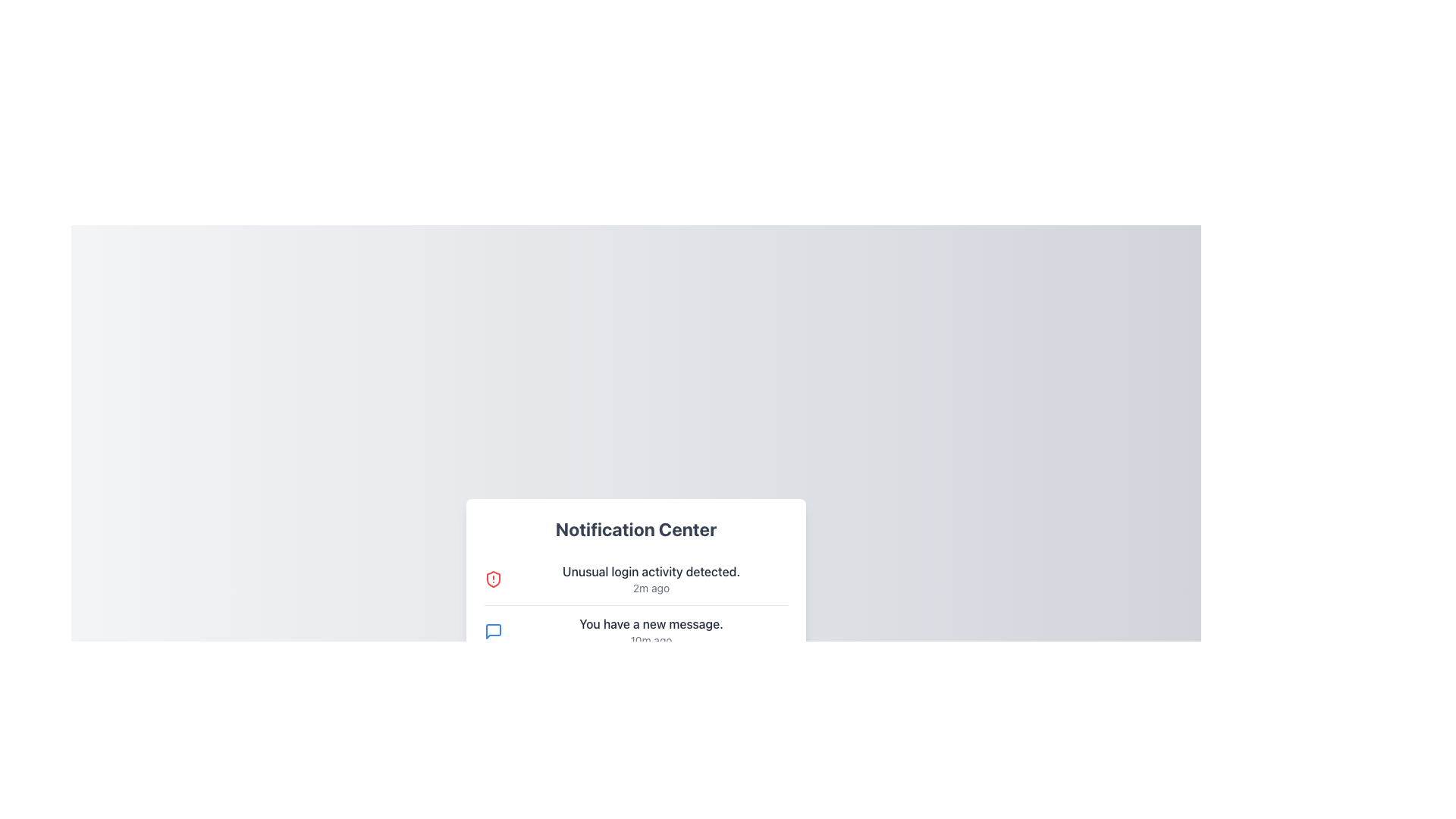 This screenshot has height=819, width=1456. Describe the element at coordinates (494, 632) in the screenshot. I see `the appearance of the notification icon that represents messages, located at the bottom part of the notification center, preceding the text 'You have a new message.'` at that location.